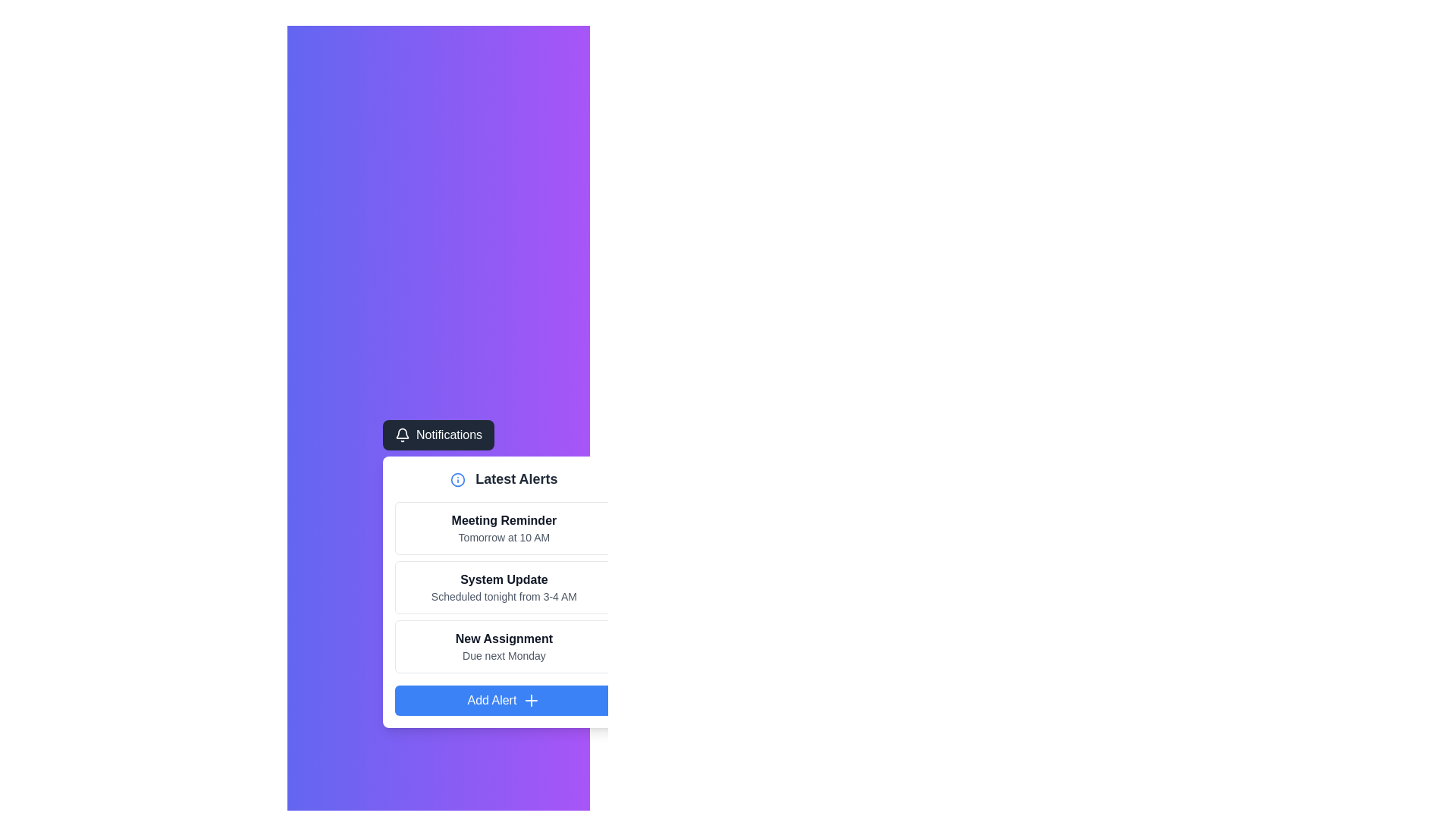  What do you see at coordinates (504, 519) in the screenshot?
I see `the Text Label that serves as the title or header for a notification card, located at the top-center of the alert entry card` at bounding box center [504, 519].